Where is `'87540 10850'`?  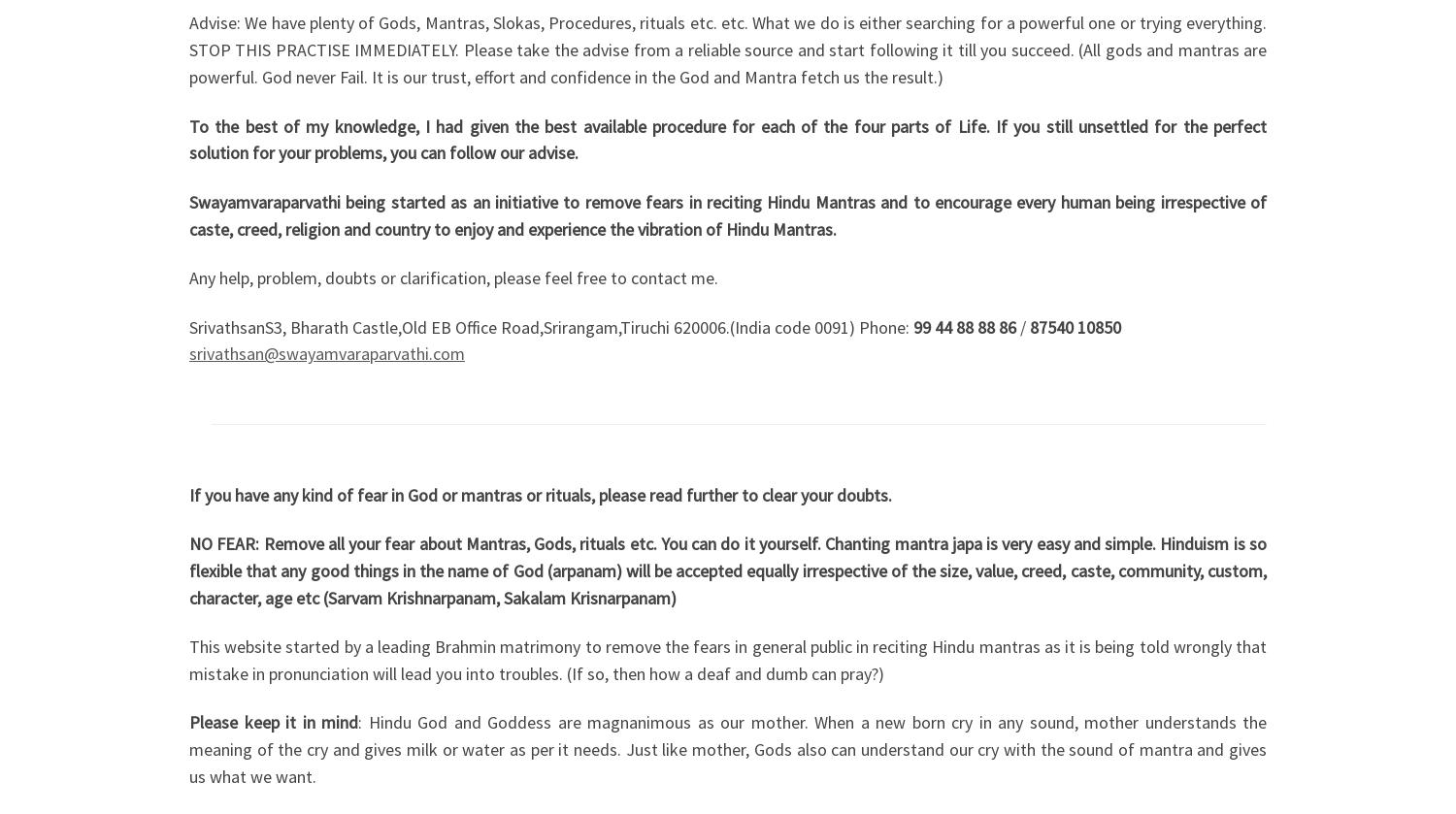
'87540 10850' is located at coordinates (1075, 326).